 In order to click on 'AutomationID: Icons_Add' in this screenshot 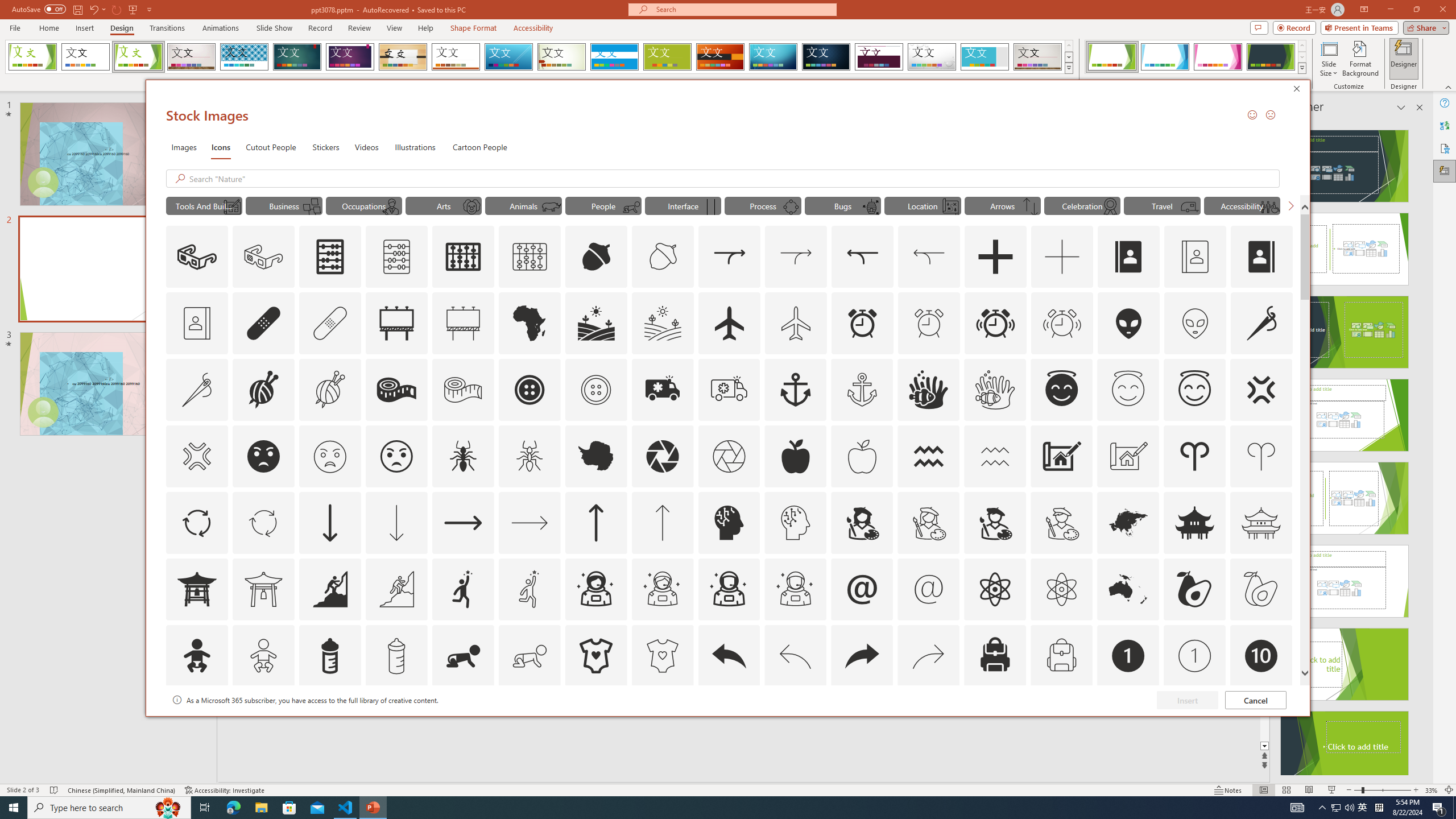, I will do `click(995, 257)`.